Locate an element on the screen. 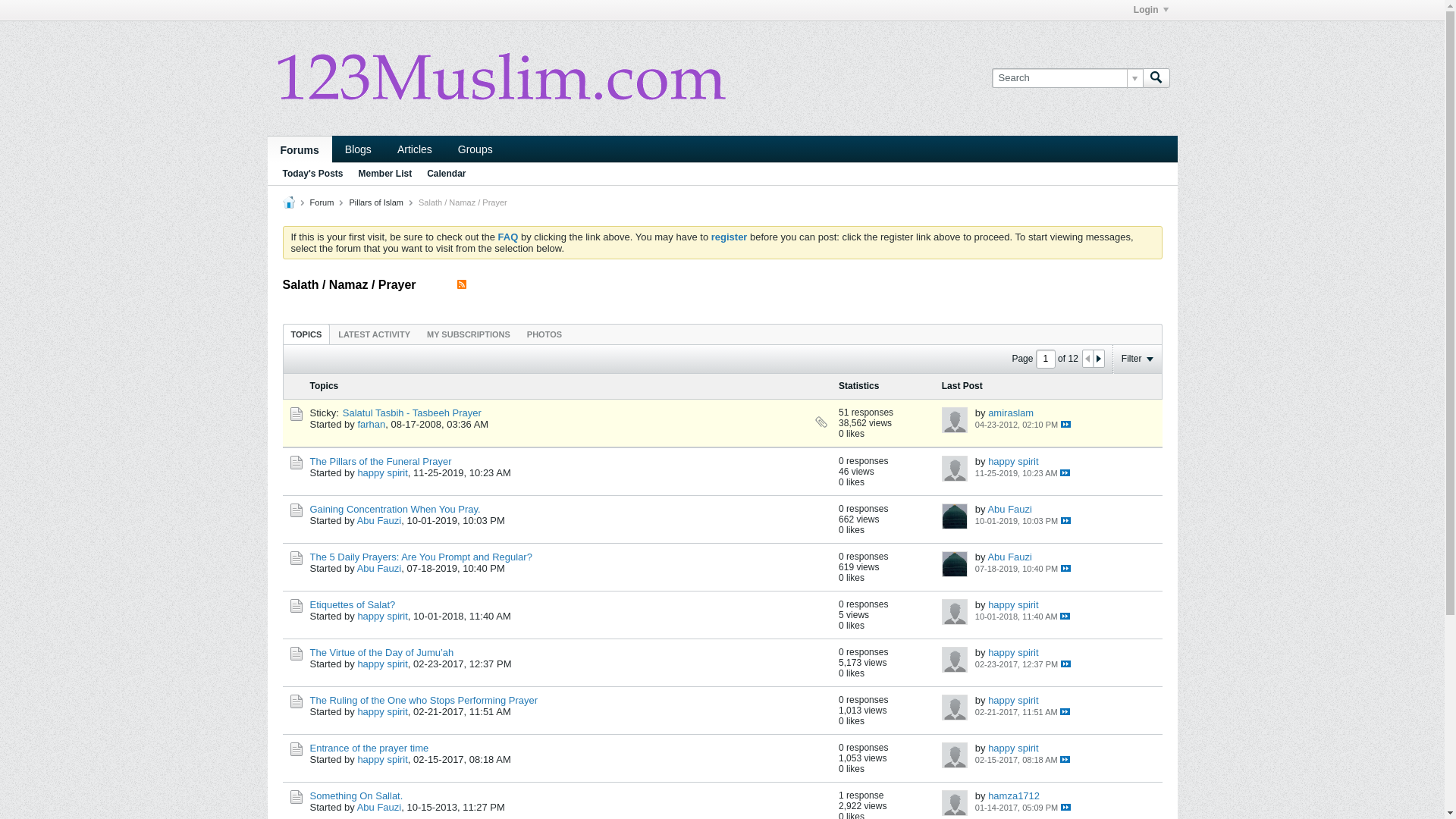  'Blogs' is located at coordinates (357, 149).